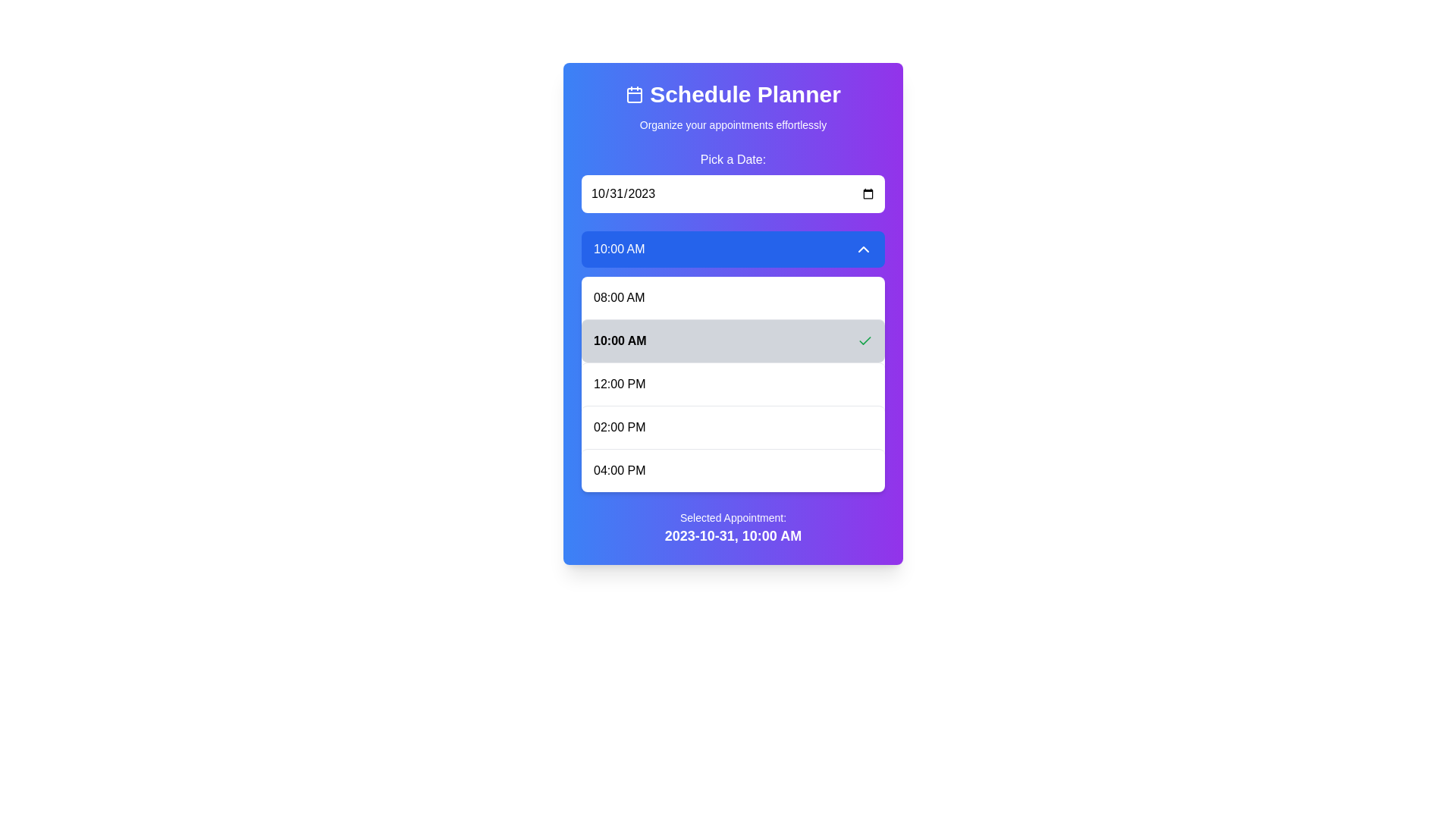 This screenshot has width=1456, height=819. What do you see at coordinates (733, 160) in the screenshot?
I see `the text label displaying 'Pick a Date:' which is styled with a medium font weight and located at the top of the interface, just above the date input field` at bounding box center [733, 160].